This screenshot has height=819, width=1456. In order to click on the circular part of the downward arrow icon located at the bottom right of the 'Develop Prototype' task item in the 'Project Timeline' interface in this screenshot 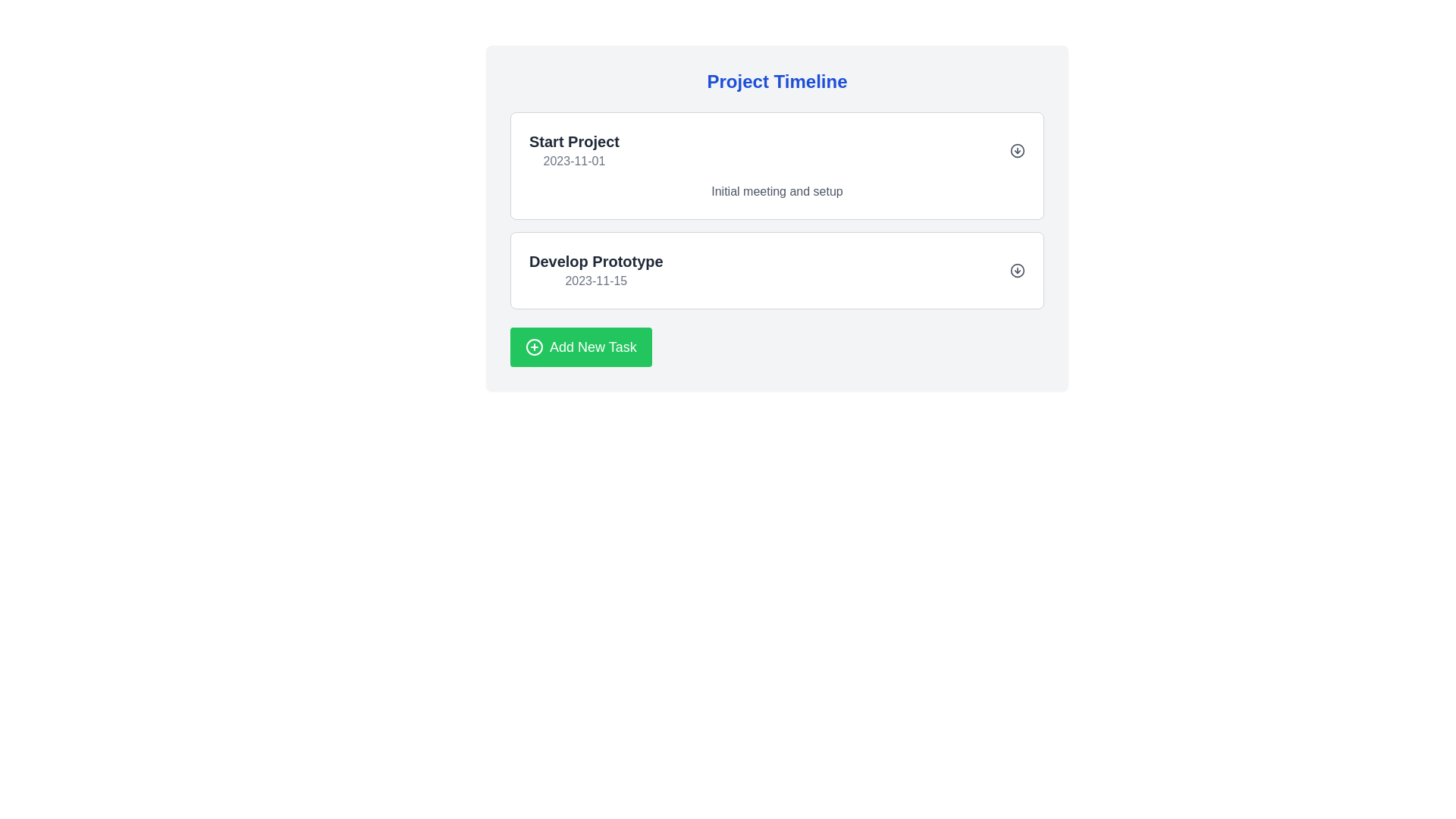, I will do `click(1018, 270)`.